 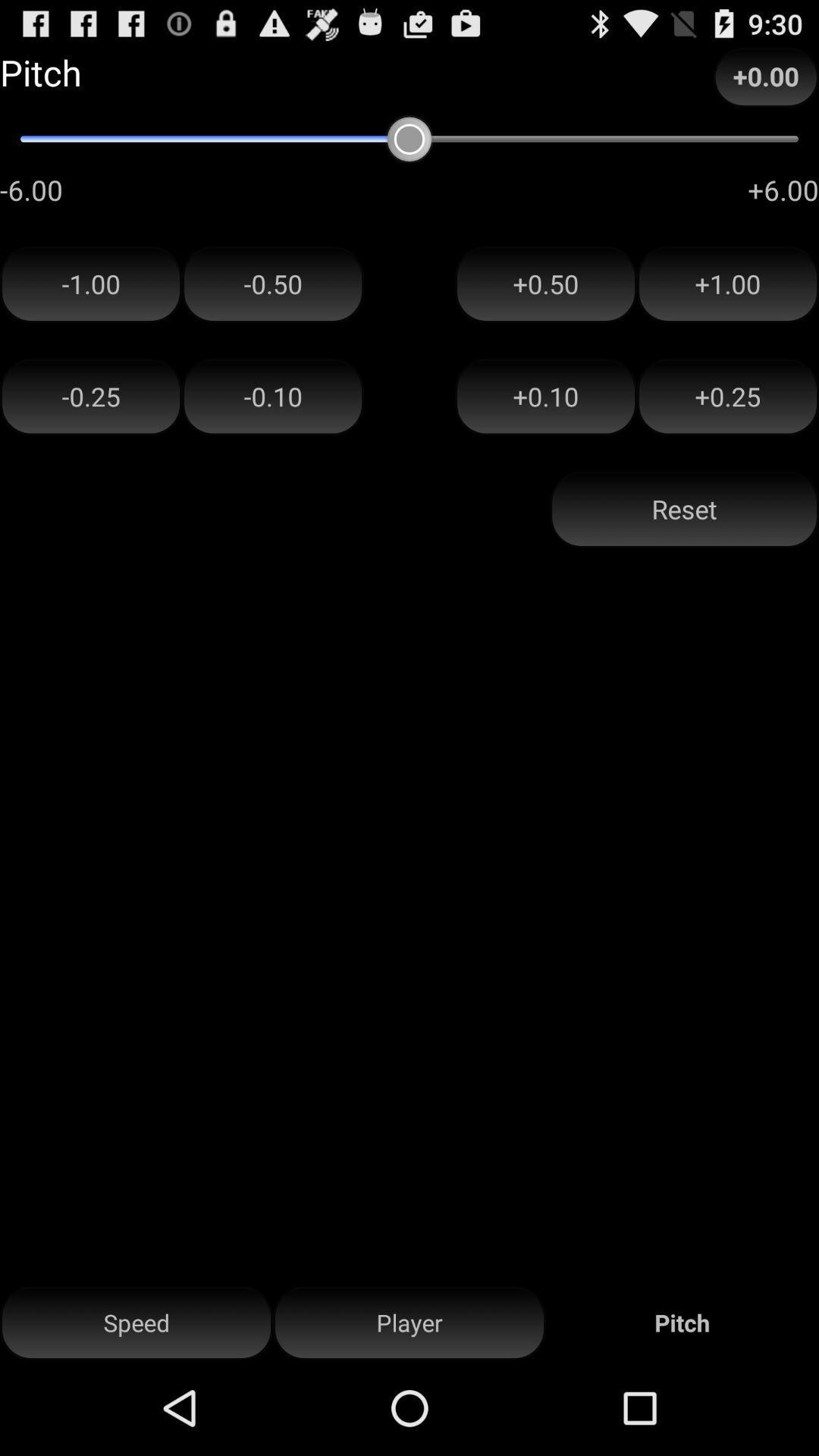 I want to click on button below the +0.10 icon, so click(x=684, y=510).